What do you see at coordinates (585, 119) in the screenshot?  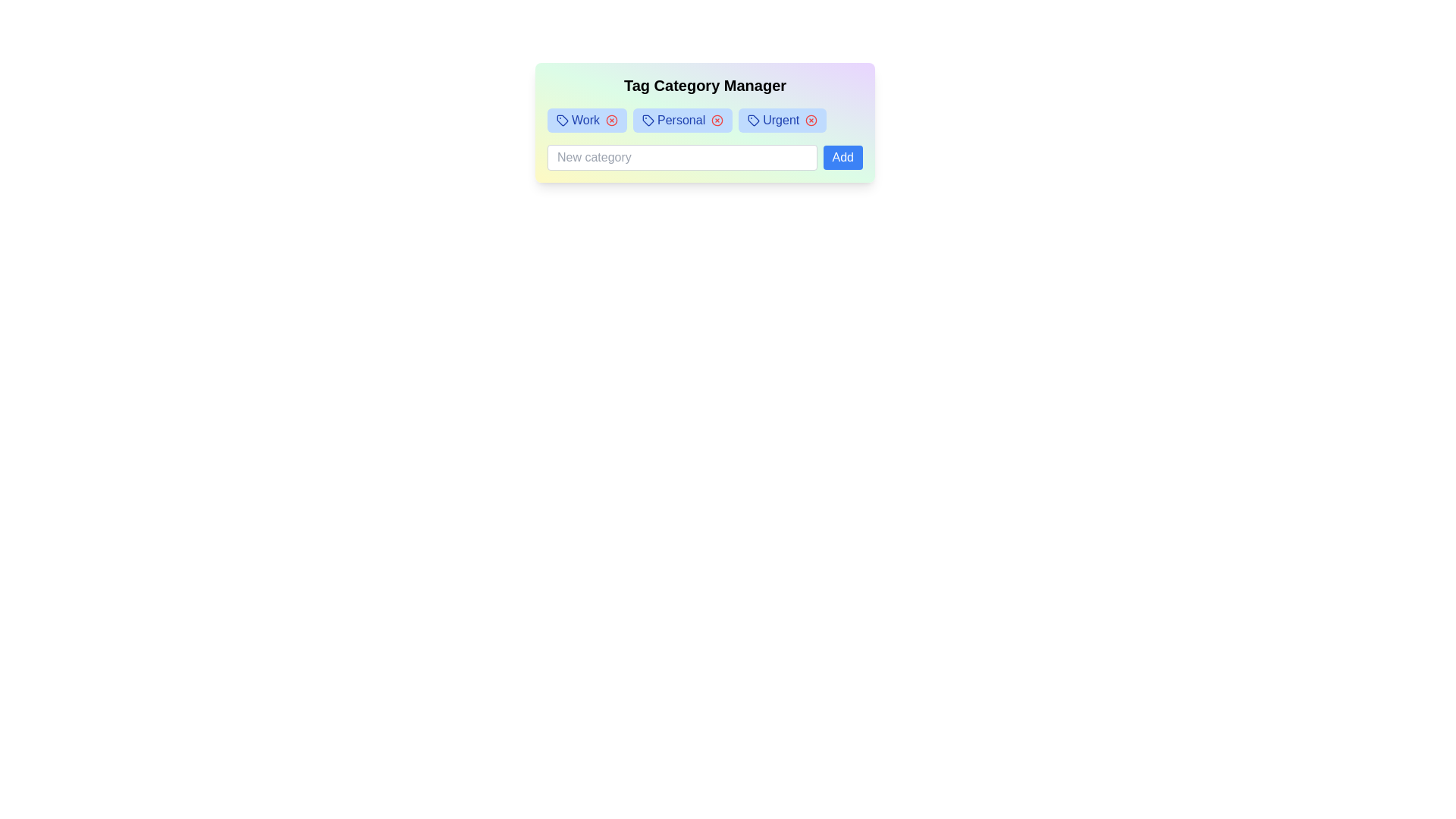 I see `the text labeled 'Work' styled in blue on a light blue background, positioned within a rounded rectangular tag design for reading` at bounding box center [585, 119].